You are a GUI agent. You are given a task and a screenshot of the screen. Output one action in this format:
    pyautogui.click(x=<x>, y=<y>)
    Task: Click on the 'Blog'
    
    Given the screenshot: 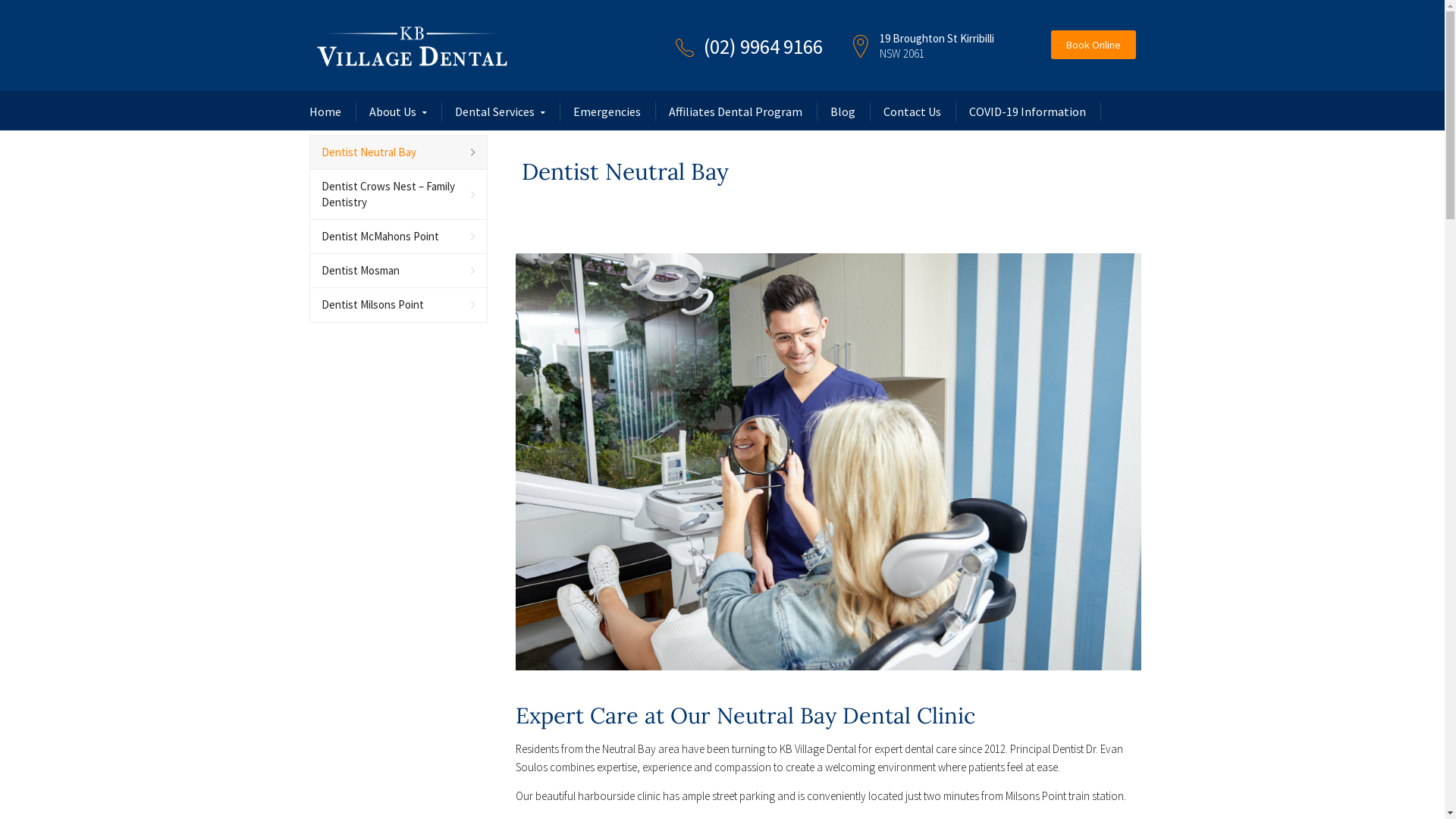 What is the action you would take?
    pyautogui.click(x=841, y=110)
    